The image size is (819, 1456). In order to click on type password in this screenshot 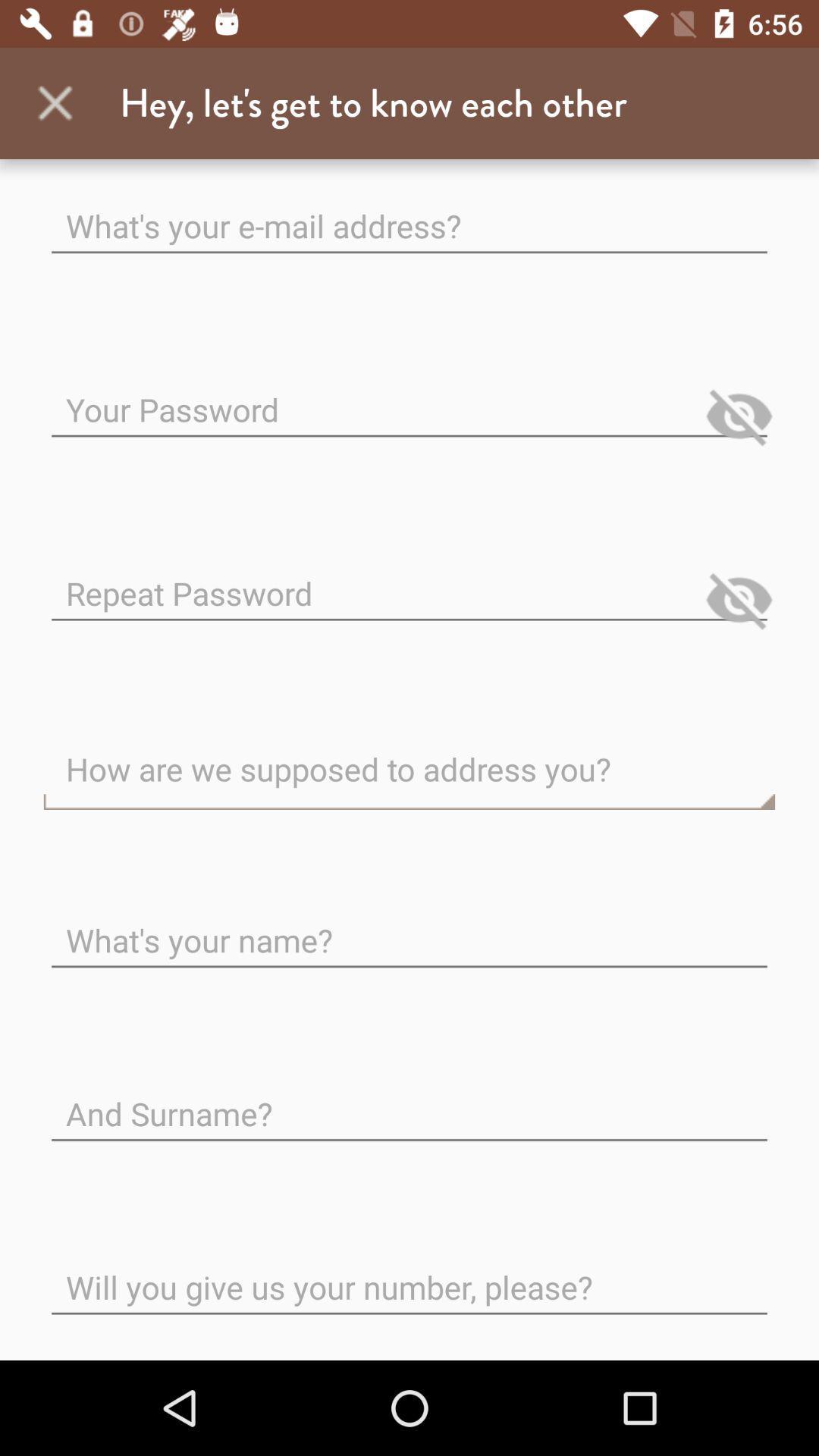, I will do `click(409, 580)`.